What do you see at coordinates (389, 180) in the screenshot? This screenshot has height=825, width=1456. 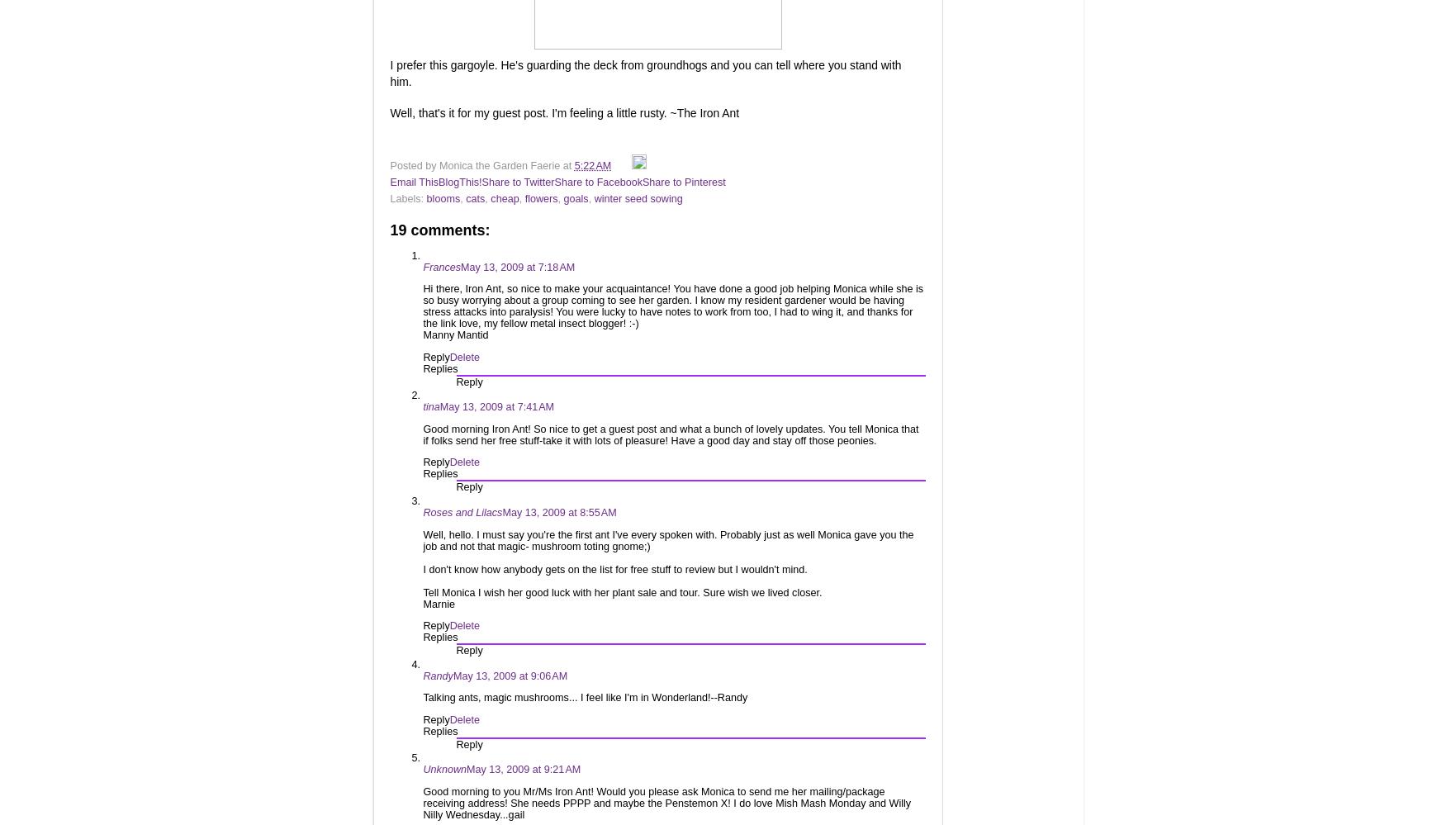 I see `'Email This'` at bounding box center [389, 180].